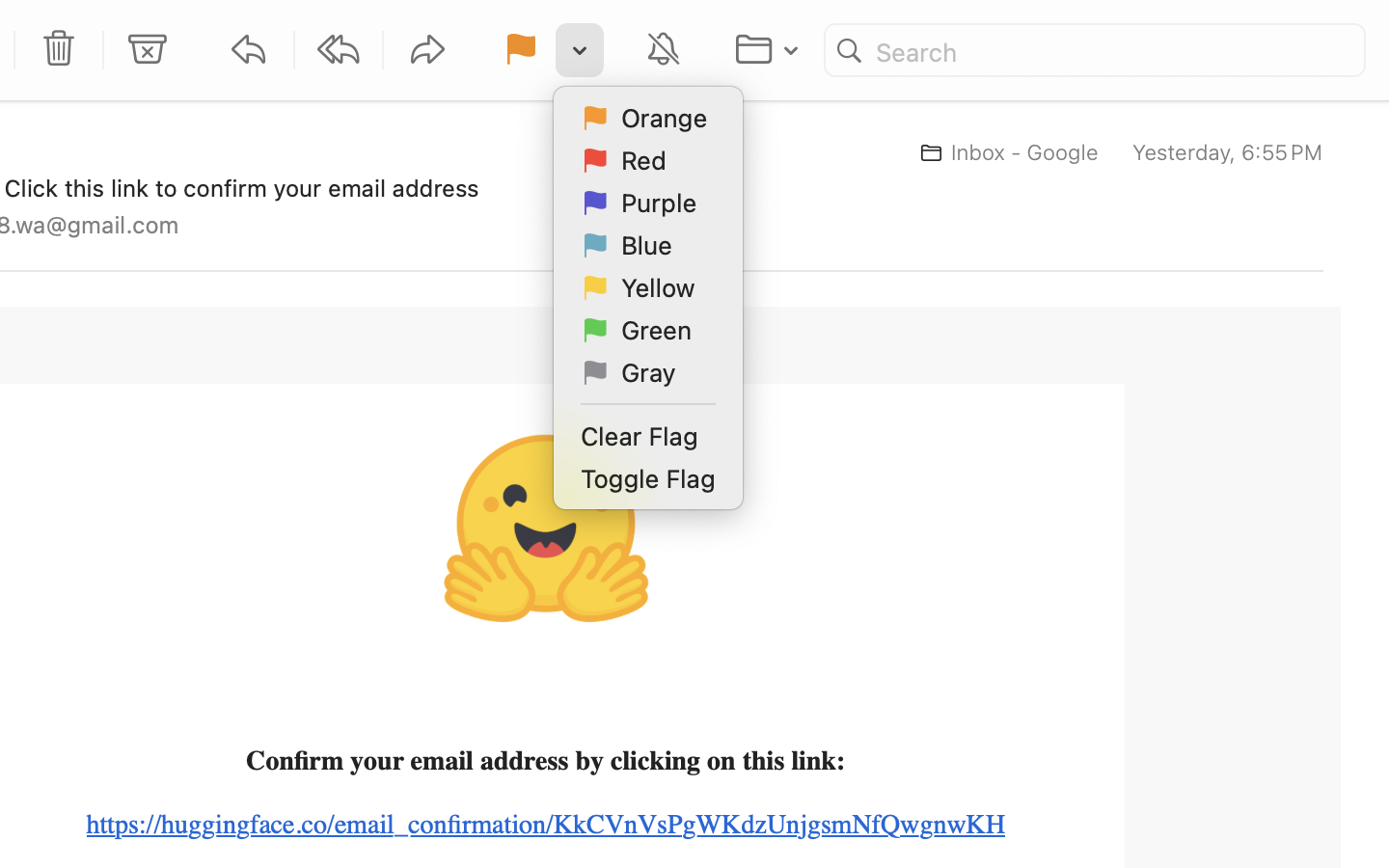 Image resolution: width=1389 pixels, height=868 pixels. I want to click on '￼Inbox - Google', so click(1002, 152).